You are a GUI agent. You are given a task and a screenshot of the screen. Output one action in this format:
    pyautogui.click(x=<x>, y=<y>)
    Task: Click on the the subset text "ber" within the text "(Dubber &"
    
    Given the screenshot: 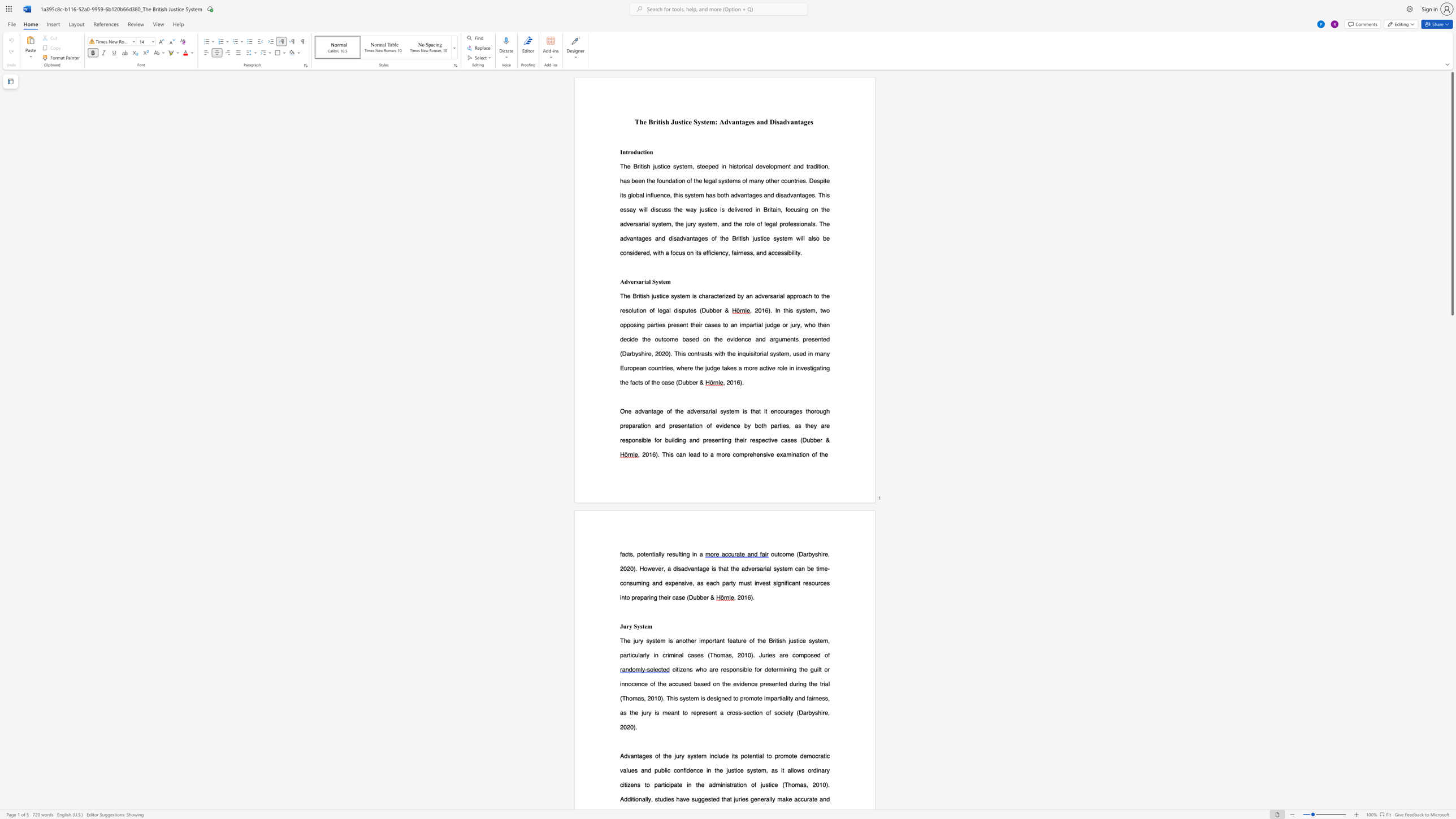 What is the action you would take?
    pyautogui.click(x=689, y=382)
    